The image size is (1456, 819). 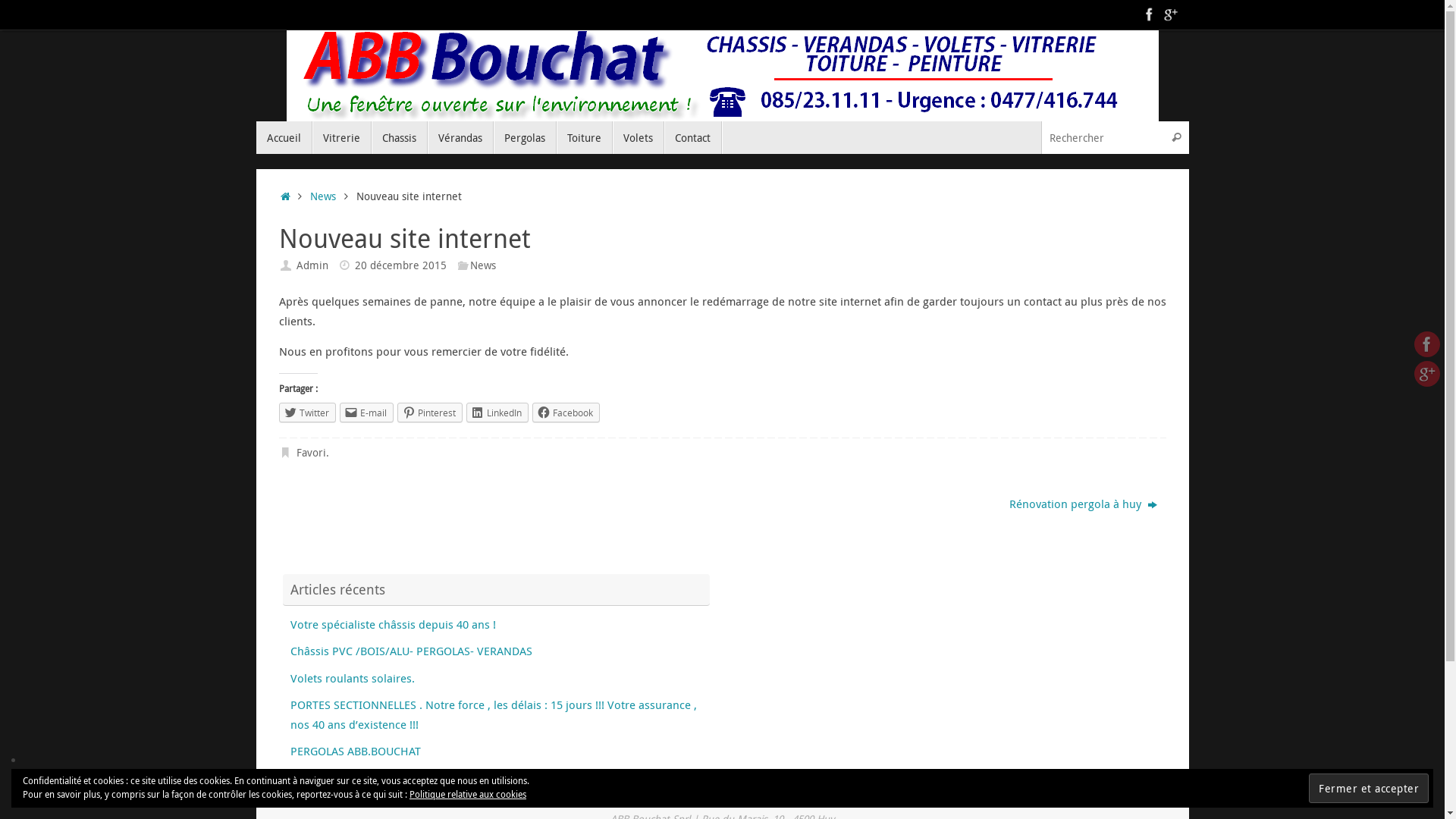 I want to click on ' Ajouter le permalien aux favoris', so click(x=286, y=452).